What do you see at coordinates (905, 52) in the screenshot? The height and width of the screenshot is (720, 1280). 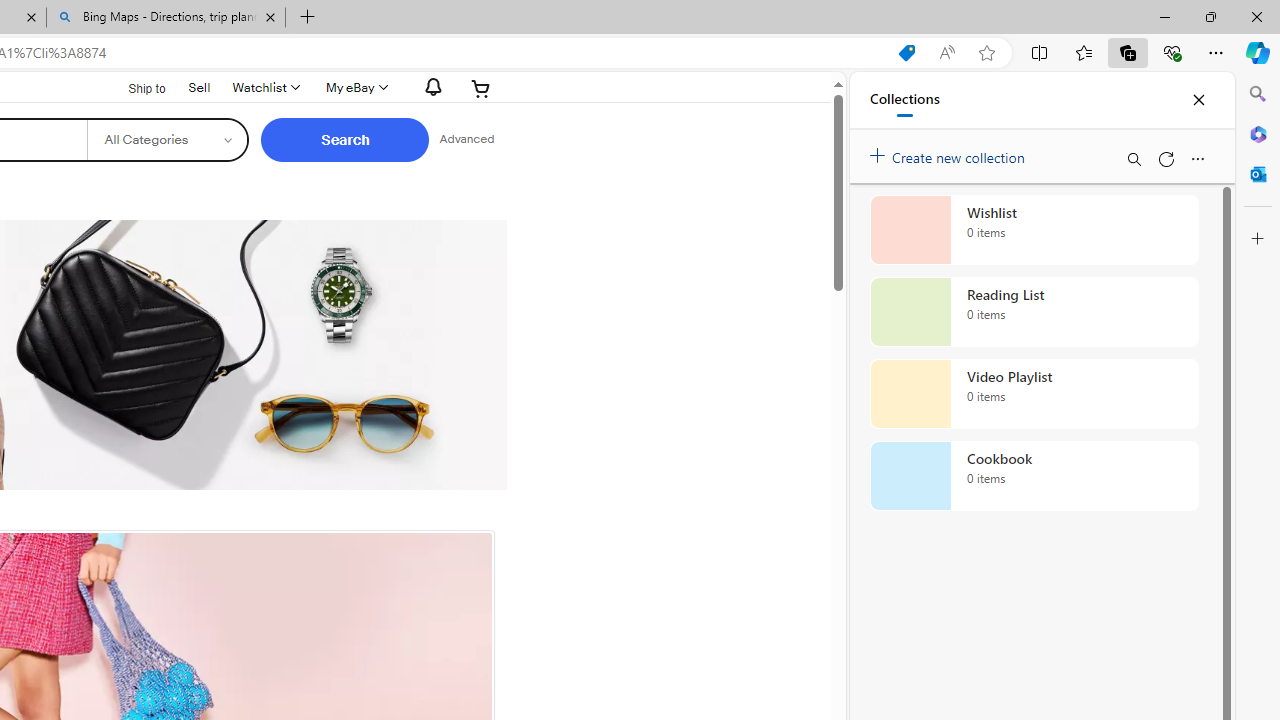 I see `'You have the best price!'` at bounding box center [905, 52].